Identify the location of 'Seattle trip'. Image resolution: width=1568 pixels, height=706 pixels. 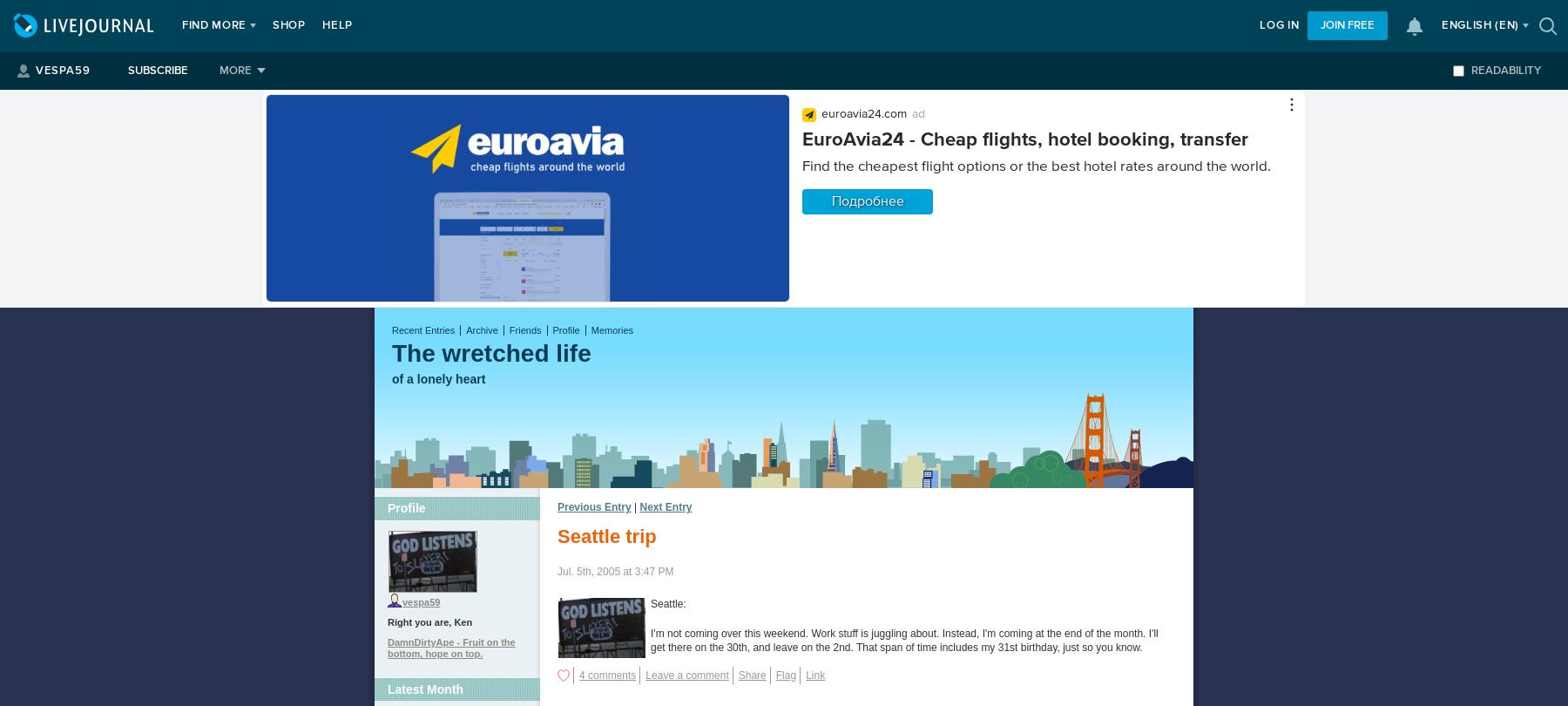
(605, 535).